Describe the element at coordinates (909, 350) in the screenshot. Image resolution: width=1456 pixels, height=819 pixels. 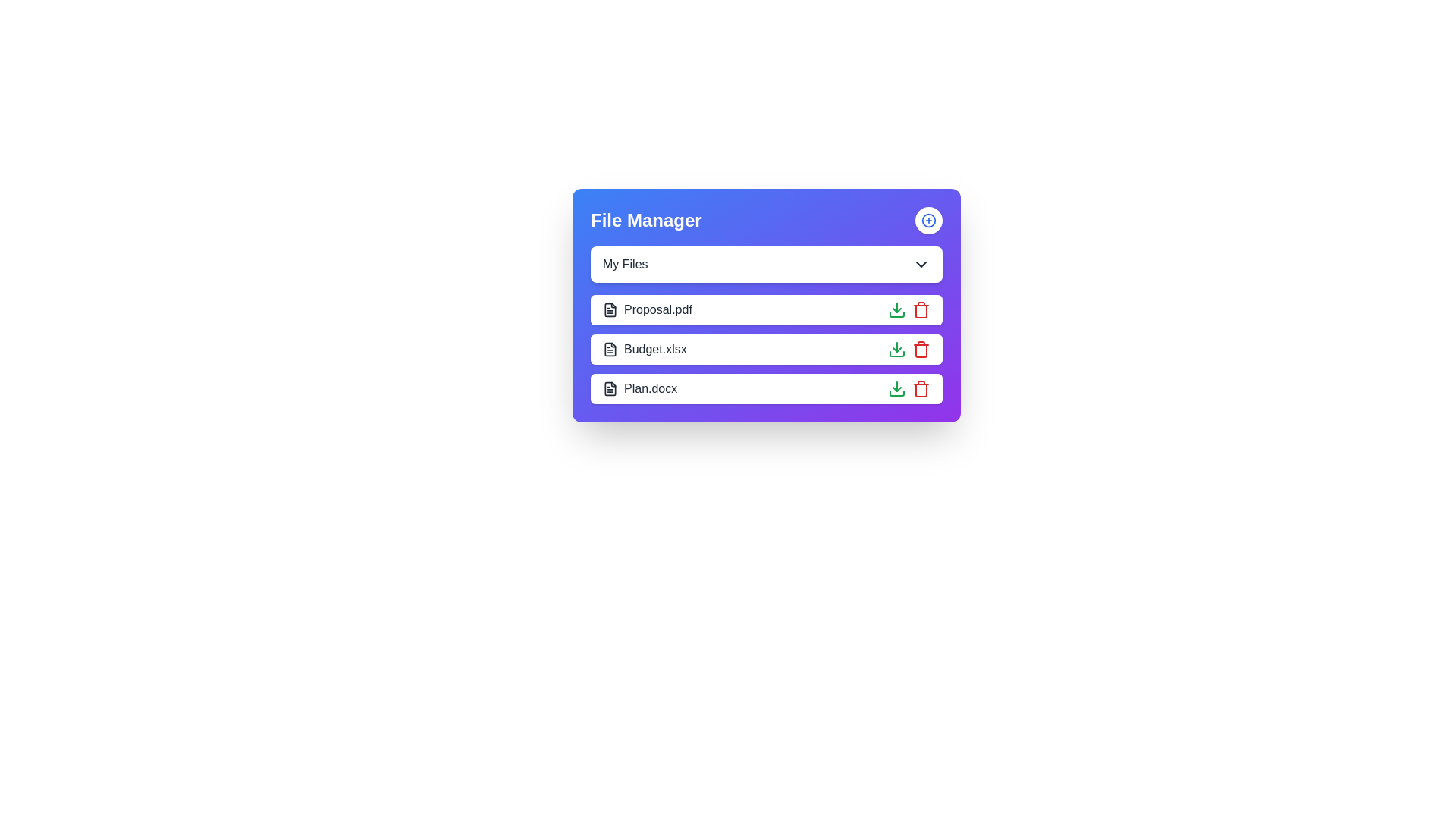
I see `the green download icon located in the group of icons adjacent to the file named 'Budget.xlsx' in the second row of the file listing interface` at that location.